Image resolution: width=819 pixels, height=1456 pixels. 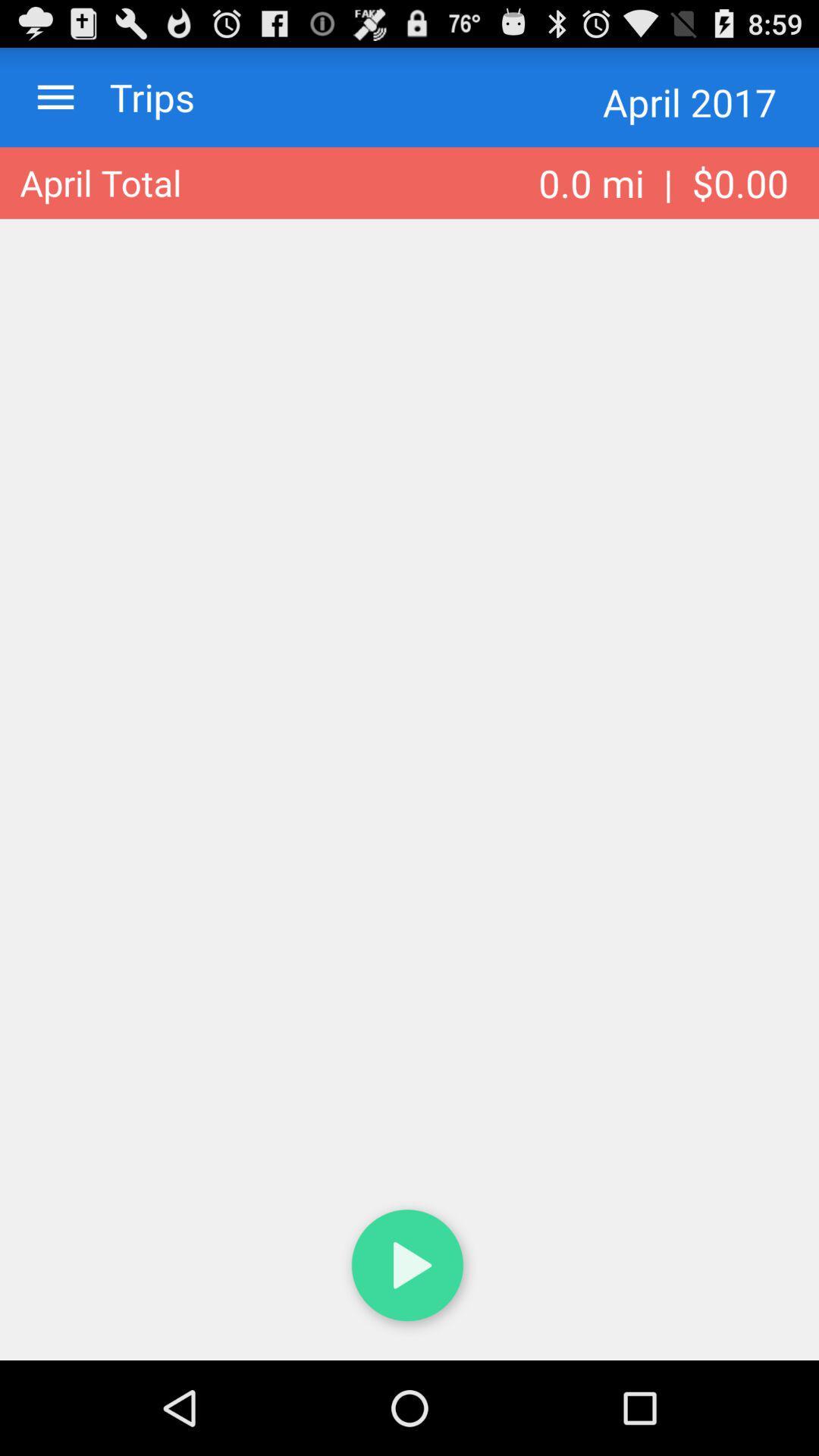 What do you see at coordinates (663, 182) in the screenshot?
I see `0 0 mi item` at bounding box center [663, 182].